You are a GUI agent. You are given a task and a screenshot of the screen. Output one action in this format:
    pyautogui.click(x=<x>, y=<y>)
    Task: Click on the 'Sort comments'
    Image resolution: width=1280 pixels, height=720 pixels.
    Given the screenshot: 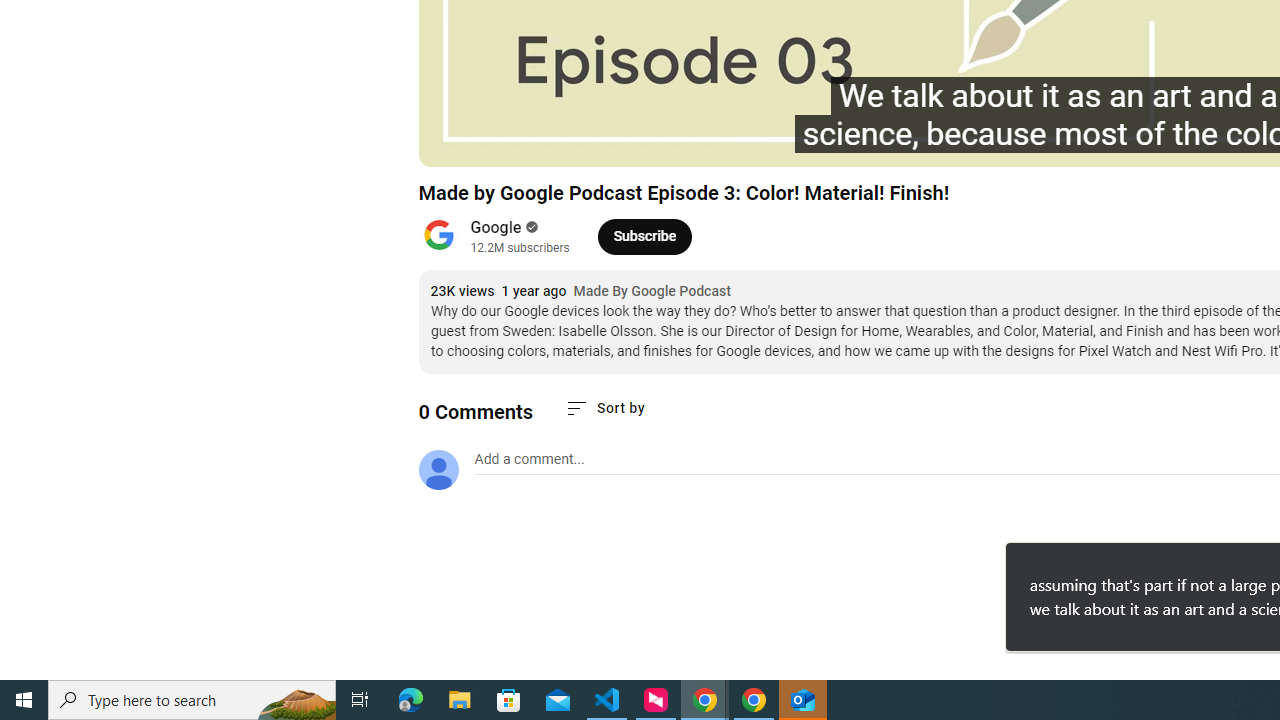 What is the action you would take?
    pyautogui.click(x=603, y=407)
    